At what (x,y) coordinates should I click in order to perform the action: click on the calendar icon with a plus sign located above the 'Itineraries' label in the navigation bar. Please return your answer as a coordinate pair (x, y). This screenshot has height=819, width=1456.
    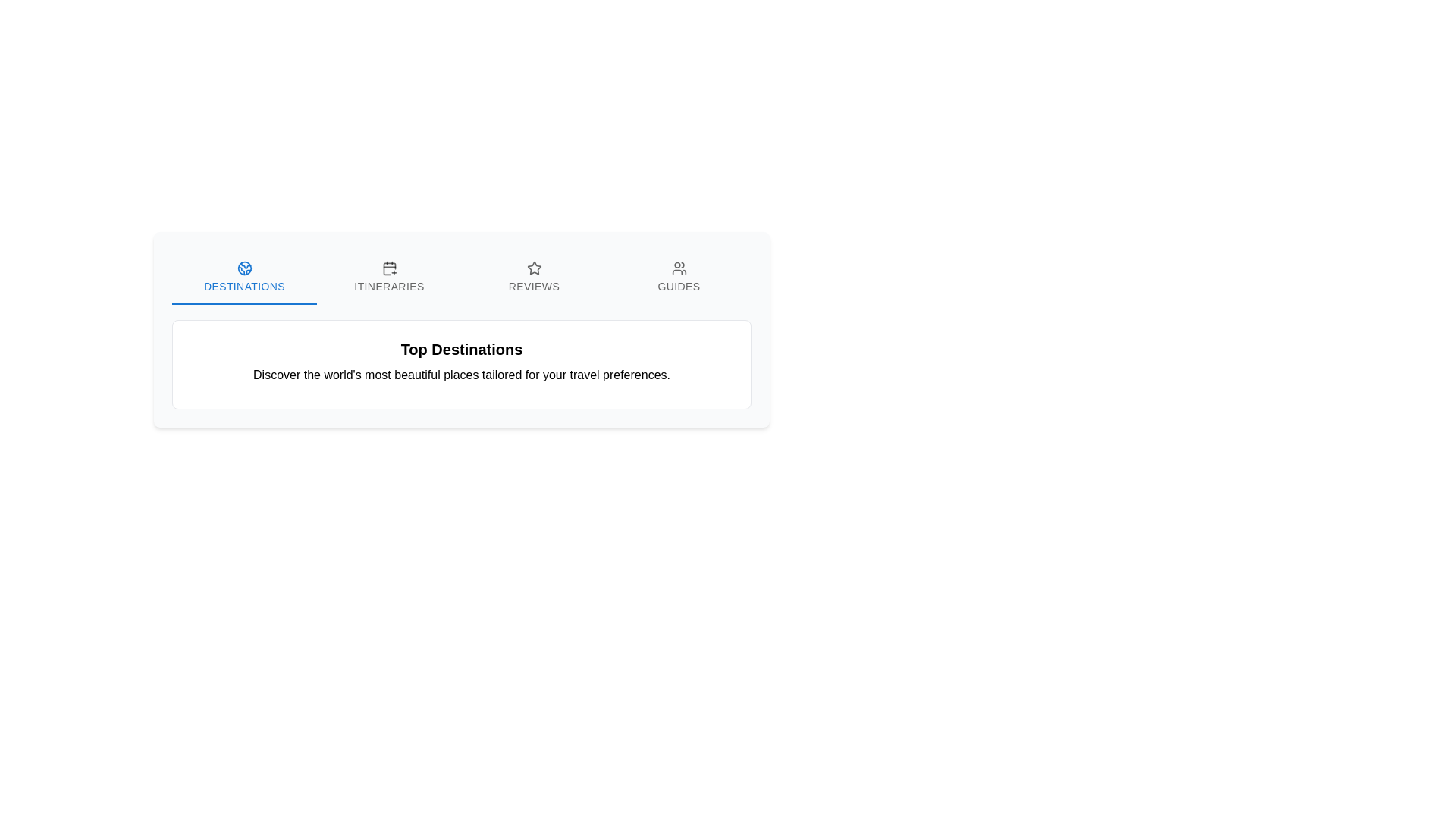
    Looking at the image, I should click on (389, 268).